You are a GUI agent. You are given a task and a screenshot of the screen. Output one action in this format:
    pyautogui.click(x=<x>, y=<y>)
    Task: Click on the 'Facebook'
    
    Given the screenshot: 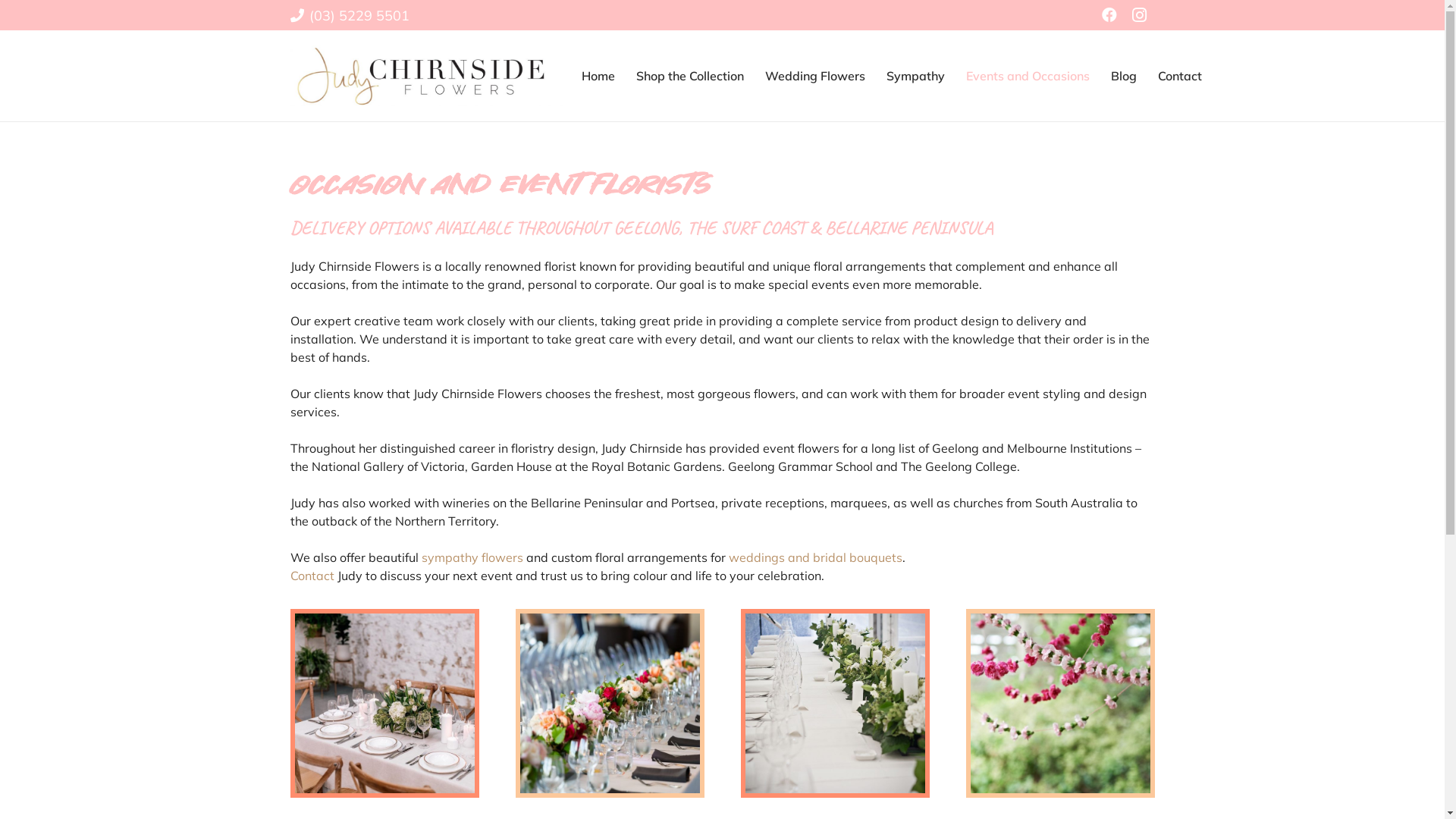 What is the action you would take?
    pyautogui.click(x=1109, y=14)
    